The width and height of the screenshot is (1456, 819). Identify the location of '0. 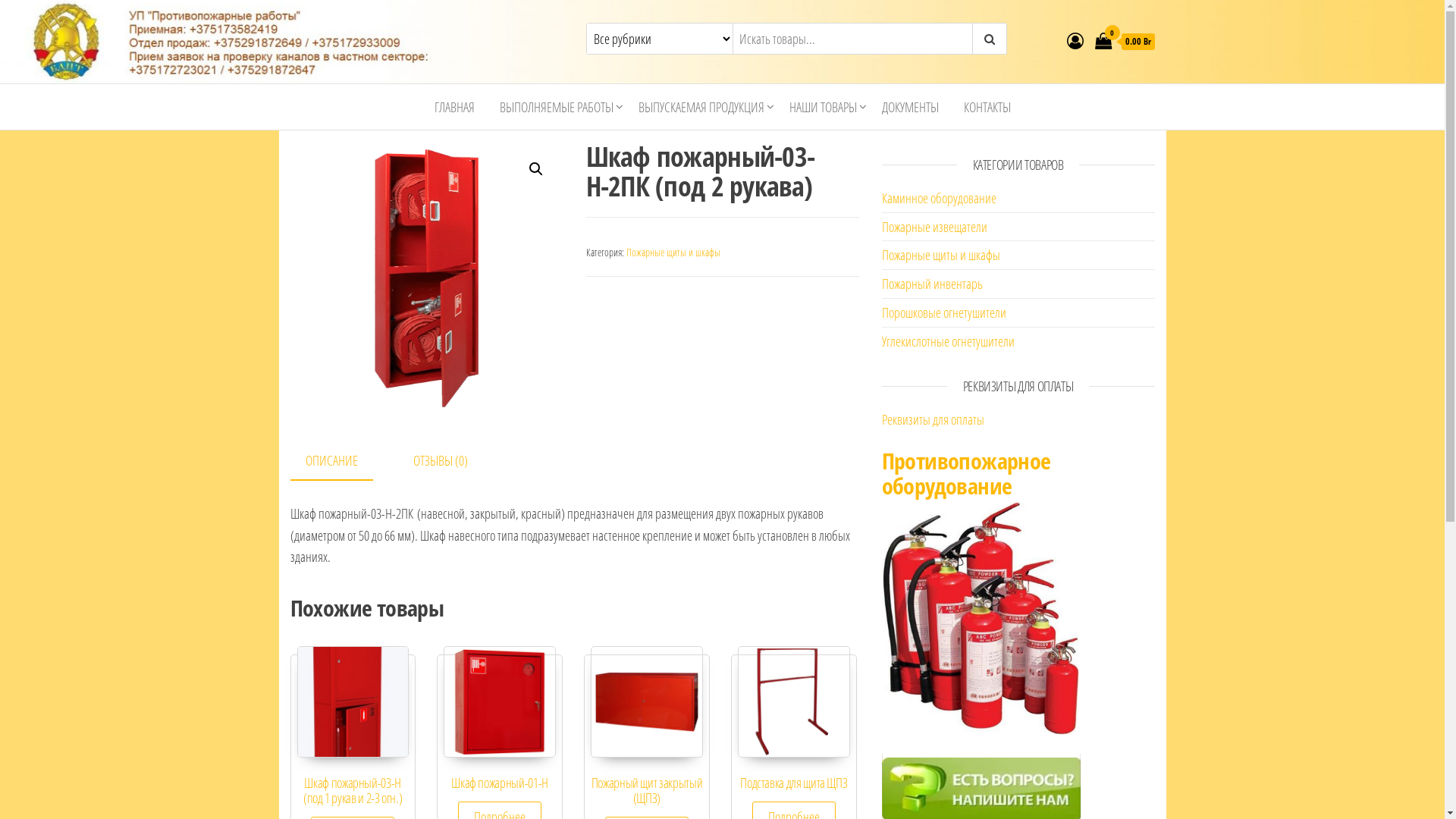
(1125, 40).